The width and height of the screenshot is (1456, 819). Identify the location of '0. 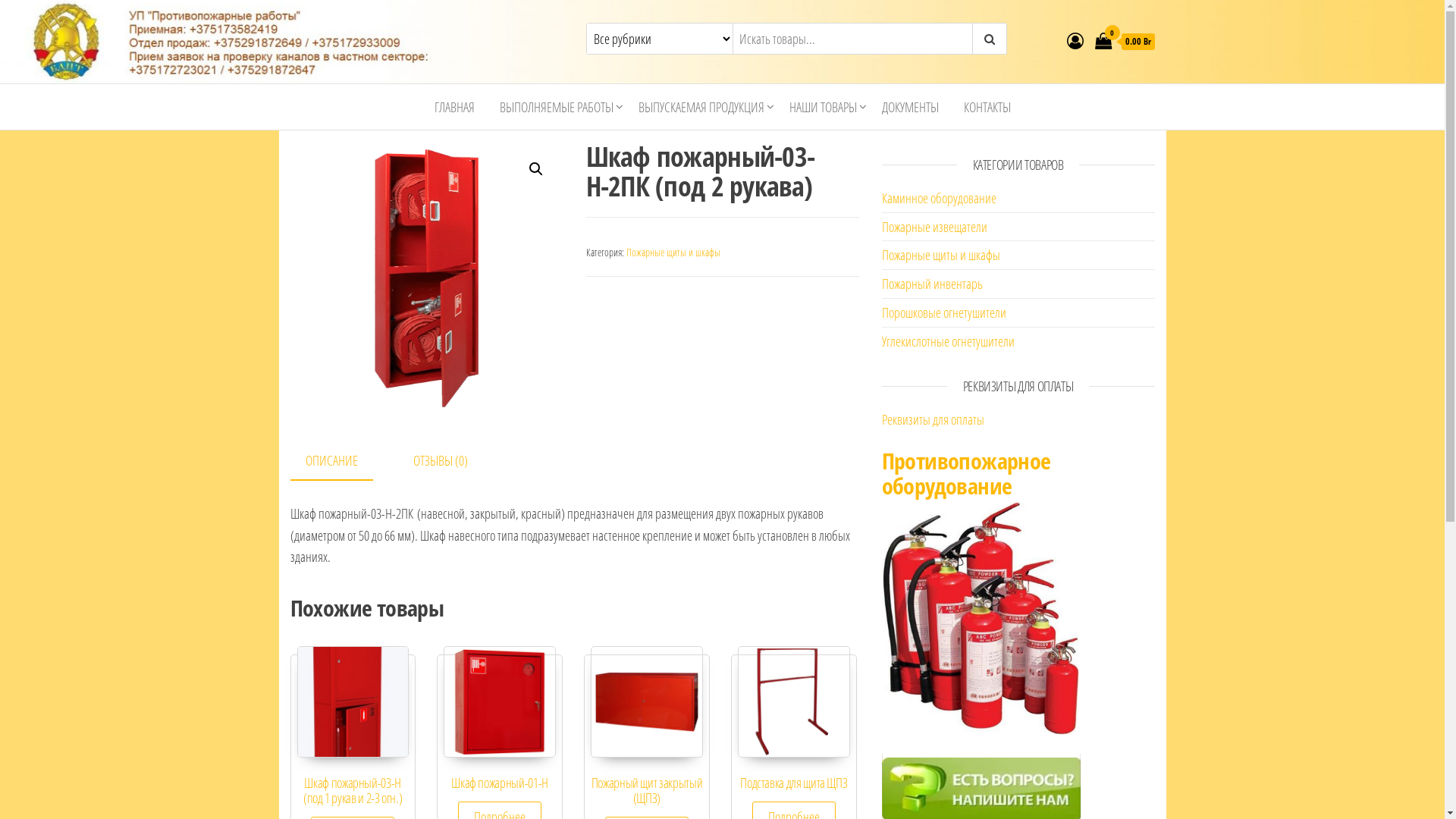
(1125, 40).